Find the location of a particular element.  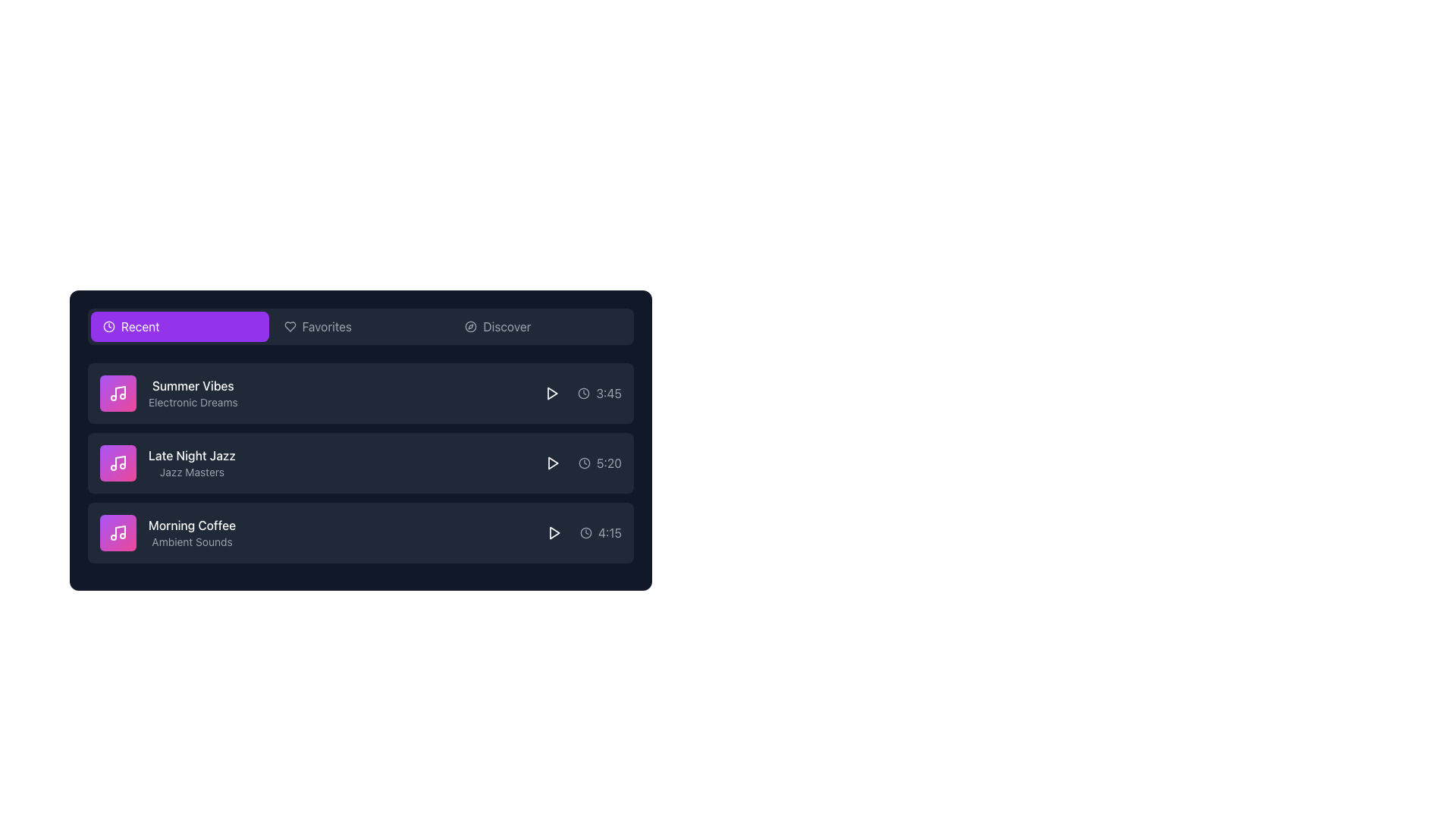

the heart-shaped Favorites icon located in the header bar of the application interface, which is centrally positioned between the 'Recent' and 'Discover' tab options is located at coordinates (290, 326).